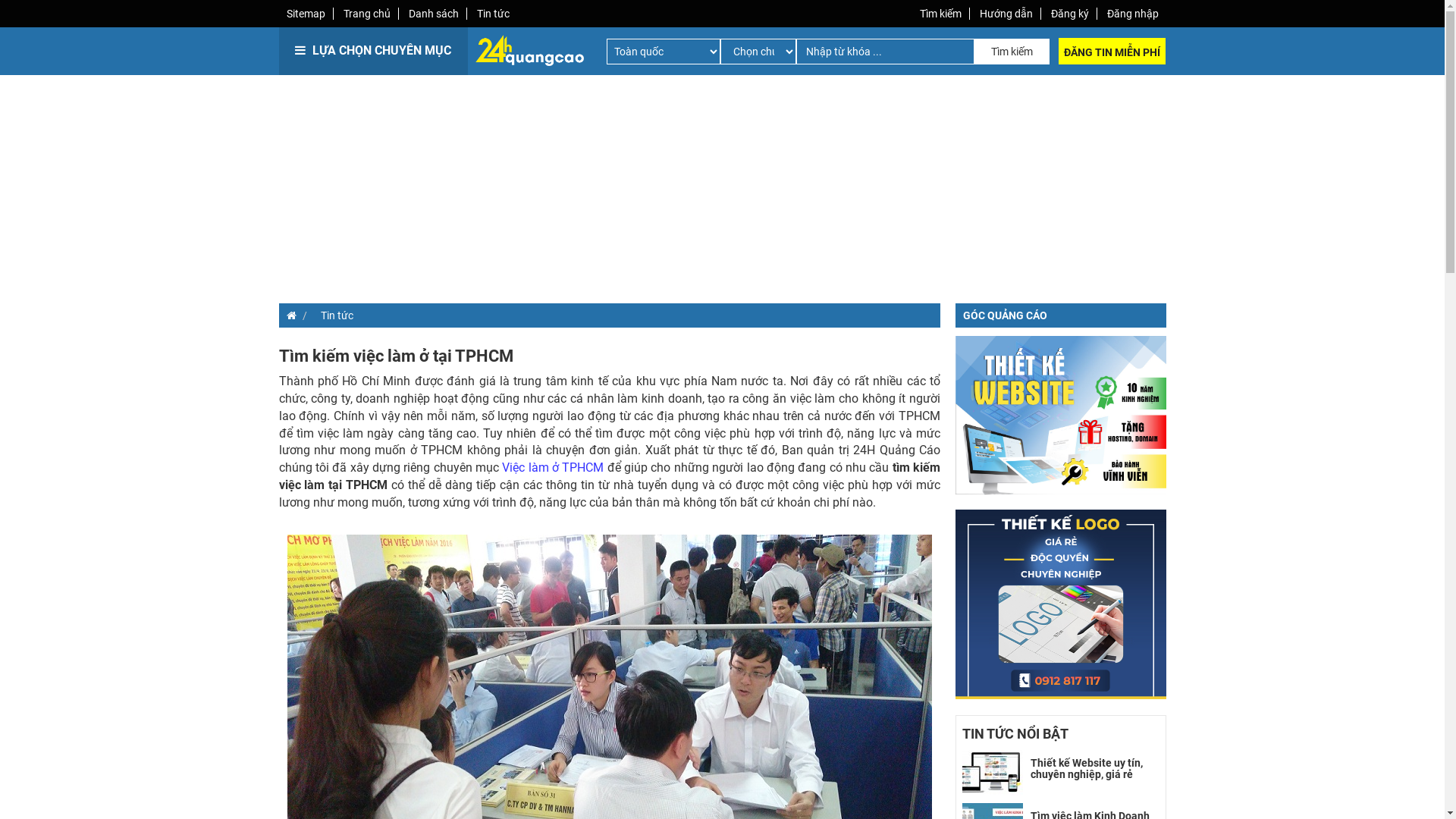 The height and width of the screenshot is (819, 1456). I want to click on 'Sitemap', so click(305, 14).